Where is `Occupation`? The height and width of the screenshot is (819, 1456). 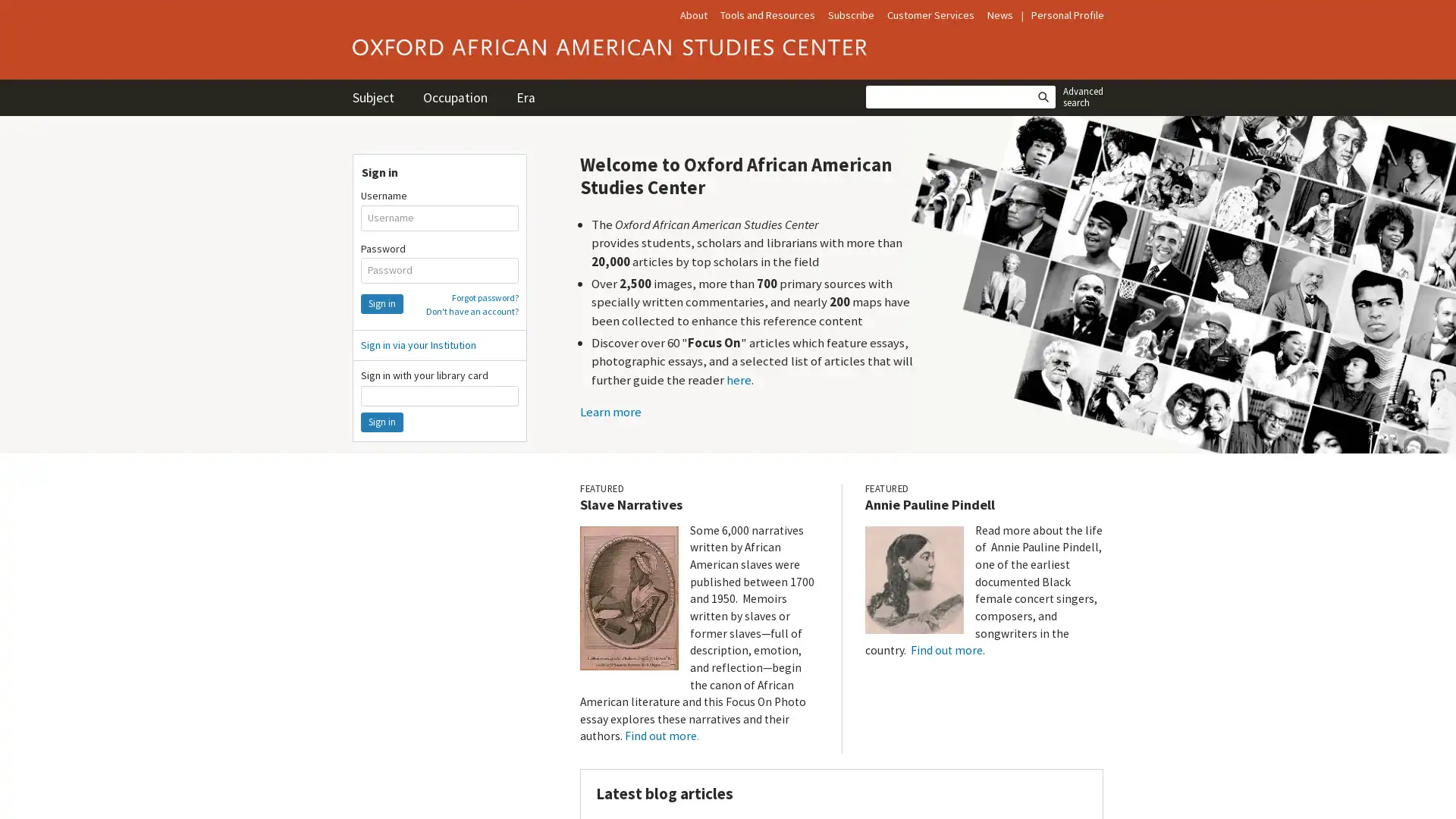
Occupation is located at coordinates (453, 97).